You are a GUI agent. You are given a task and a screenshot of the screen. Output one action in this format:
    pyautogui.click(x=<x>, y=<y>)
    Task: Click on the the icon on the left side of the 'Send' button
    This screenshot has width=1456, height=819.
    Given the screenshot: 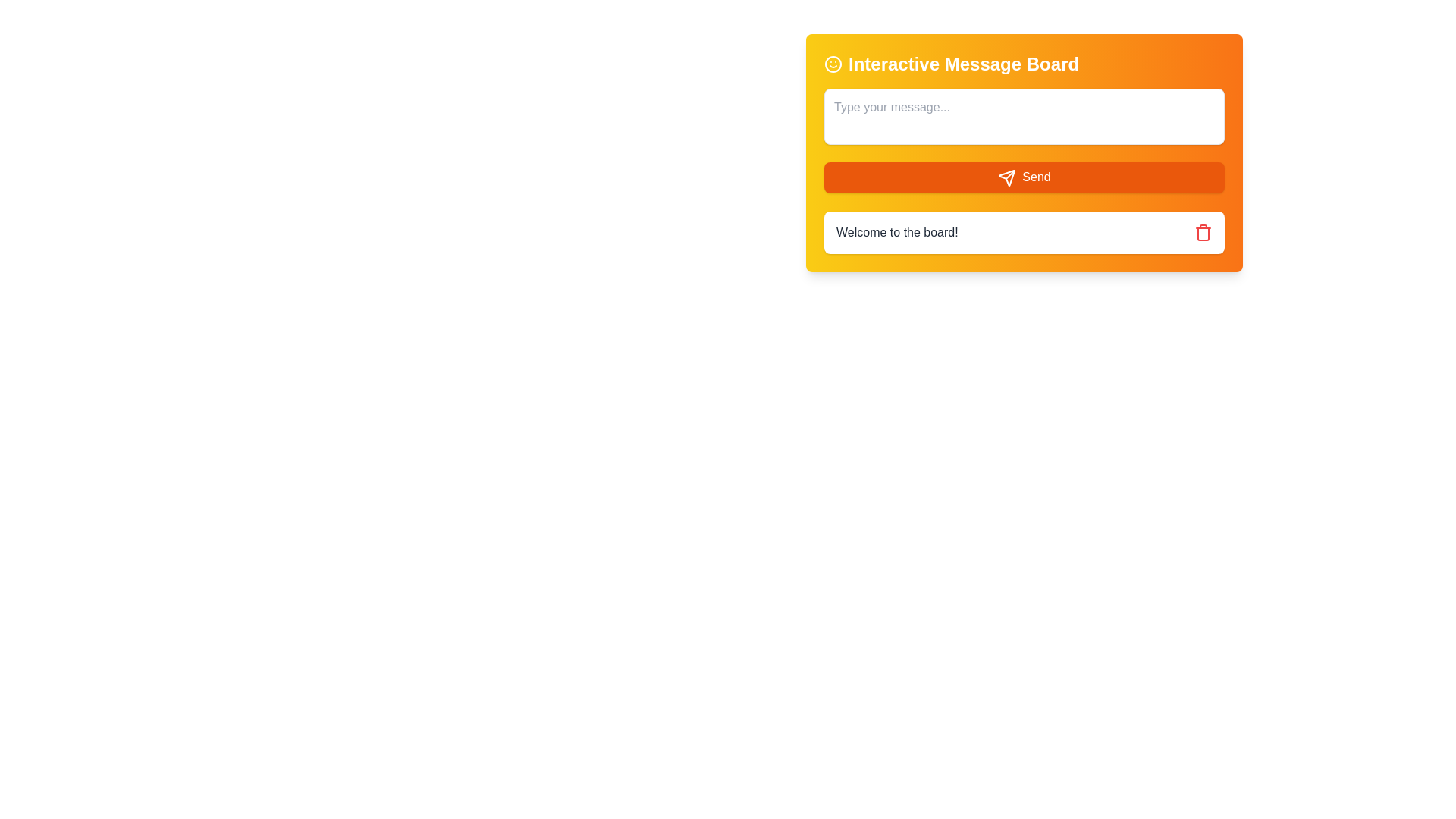 What is the action you would take?
    pyautogui.click(x=1007, y=177)
    